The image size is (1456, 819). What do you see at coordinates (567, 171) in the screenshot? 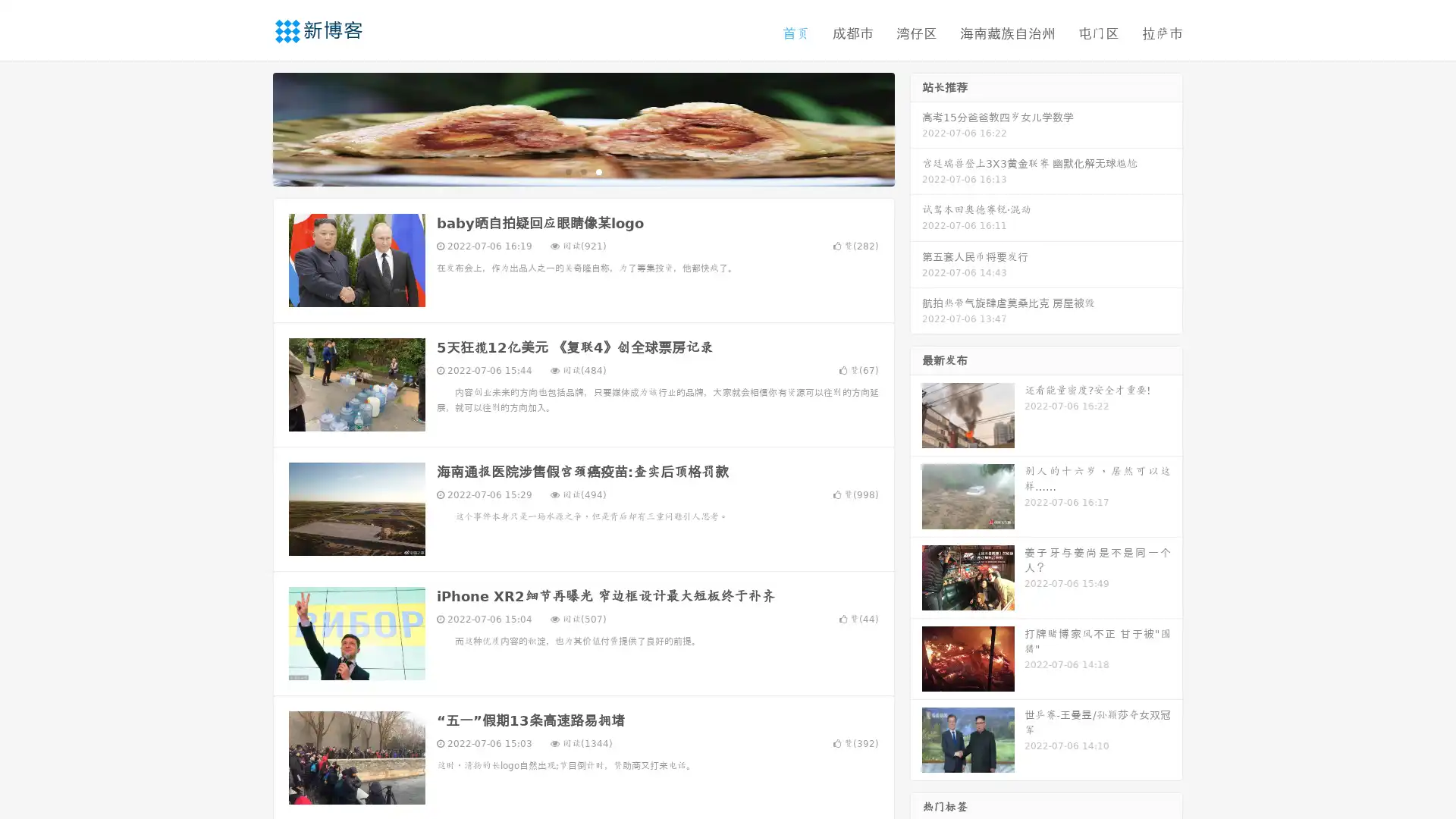
I see `Go to slide 1` at bounding box center [567, 171].